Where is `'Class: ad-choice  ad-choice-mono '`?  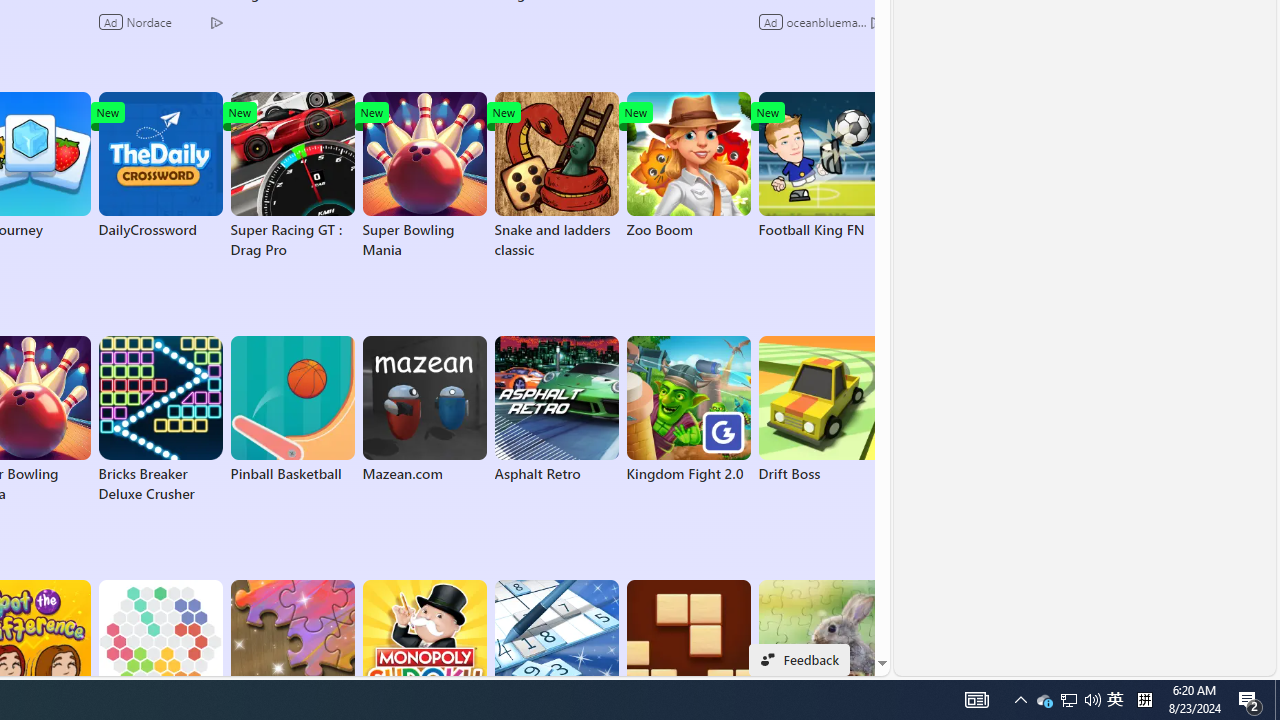
'Class: ad-choice  ad-choice-mono ' is located at coordinates (876, 21).